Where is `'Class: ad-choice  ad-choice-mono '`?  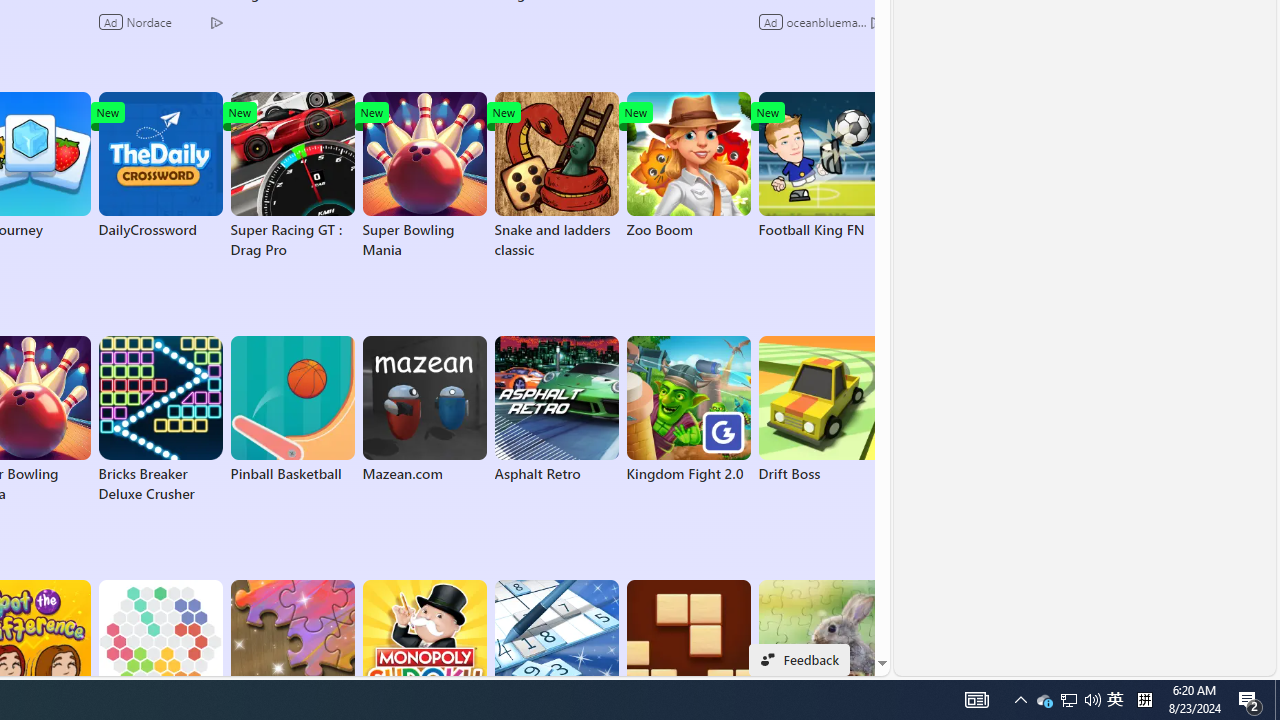
'Class: ad-choice  ad-choice-mono ' is located at coordinates (876, 21).